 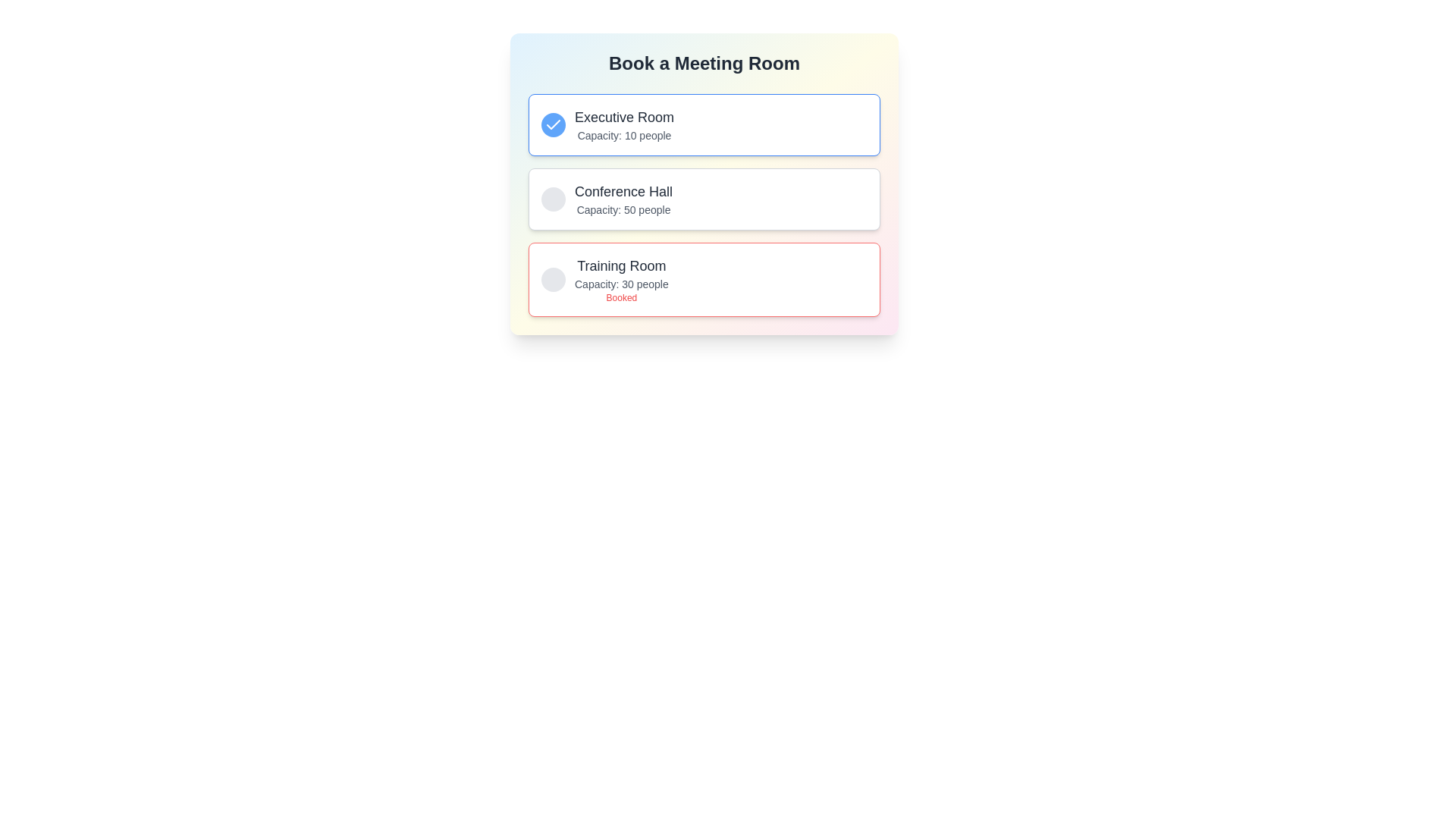 What do you see at coordinates (552, 124) in the screenshot?
I see `the selection indicator icon for the 'Executive Room'` at bounding box center [552, 124].